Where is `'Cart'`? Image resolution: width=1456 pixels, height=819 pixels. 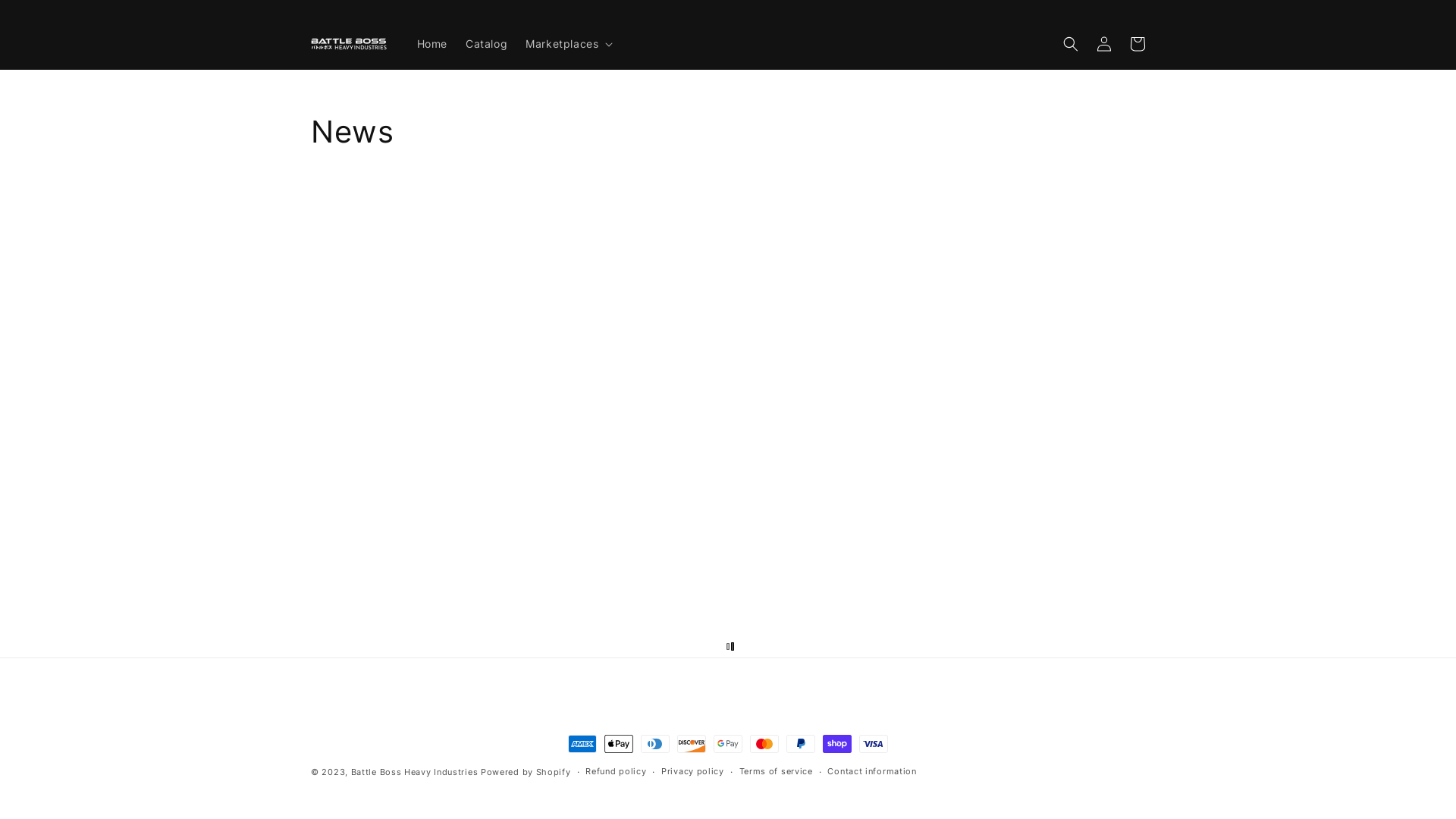
'Cart' is located at coordinates (1137, 42).